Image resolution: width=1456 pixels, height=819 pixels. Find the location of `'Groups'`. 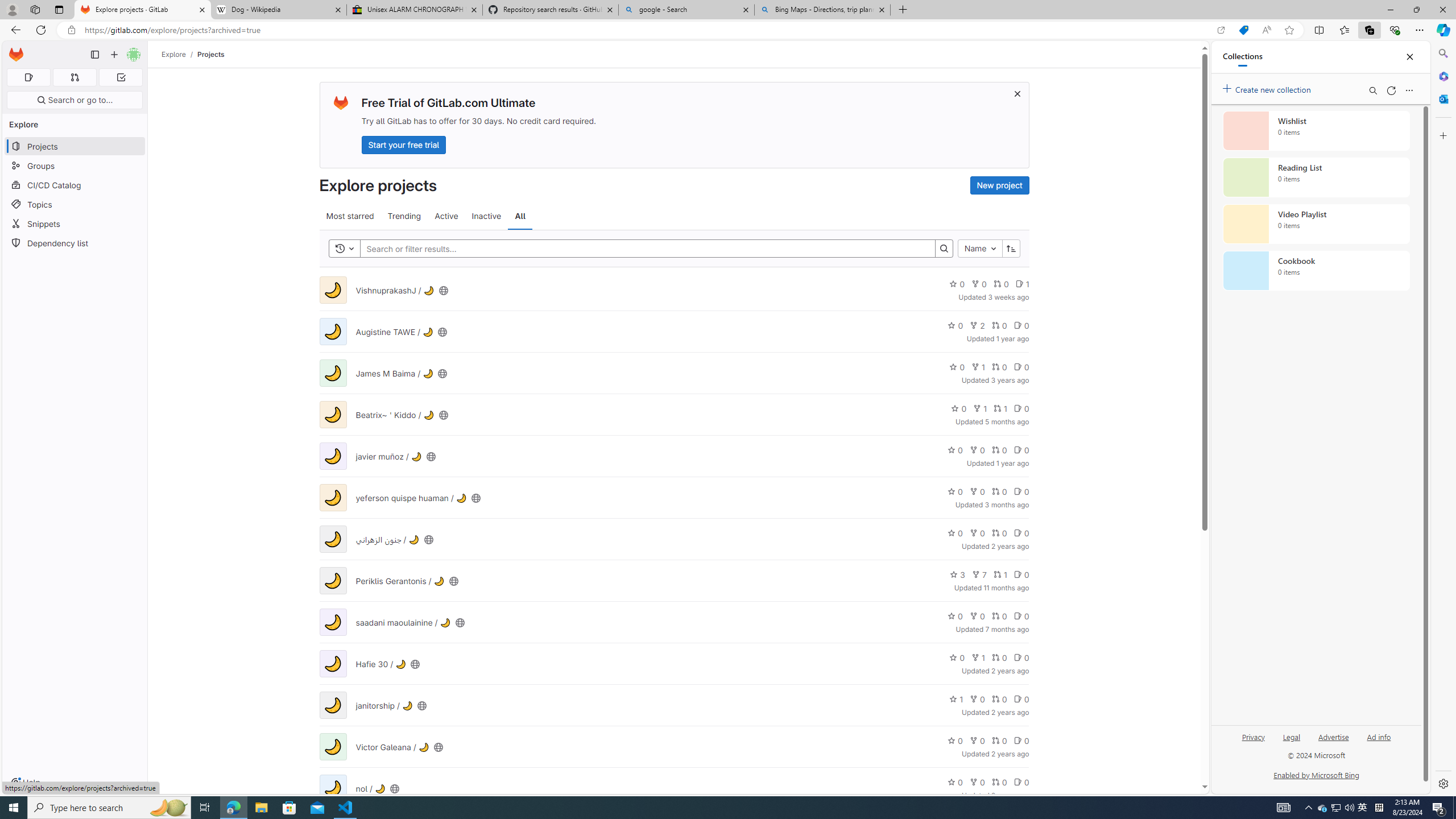

'Groups' is located at coordinates (74, 166).